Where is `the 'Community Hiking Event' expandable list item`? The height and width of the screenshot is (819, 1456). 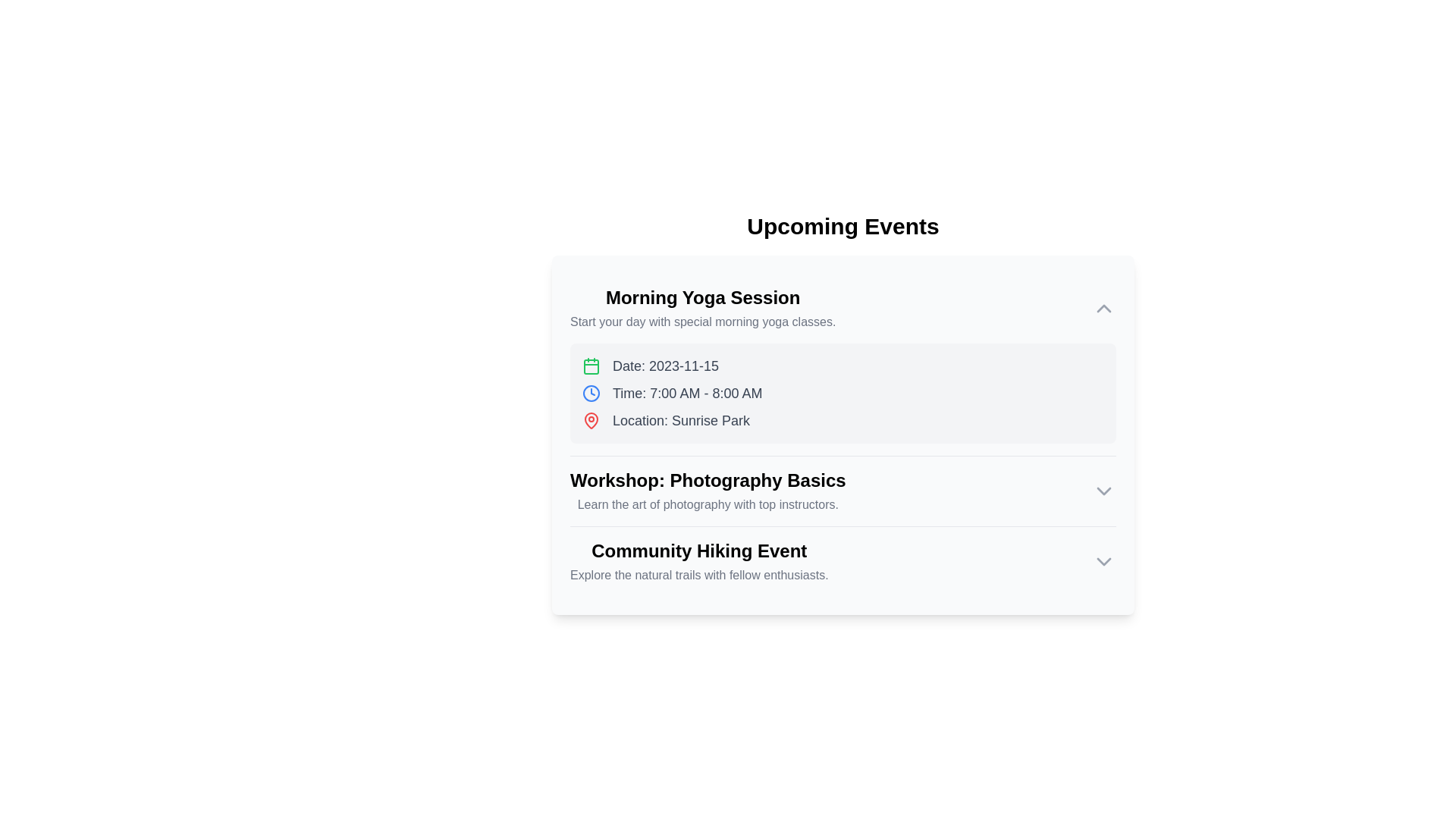 the 'Community Hiking Event' expandable list item is located at coordinates (843, 561).